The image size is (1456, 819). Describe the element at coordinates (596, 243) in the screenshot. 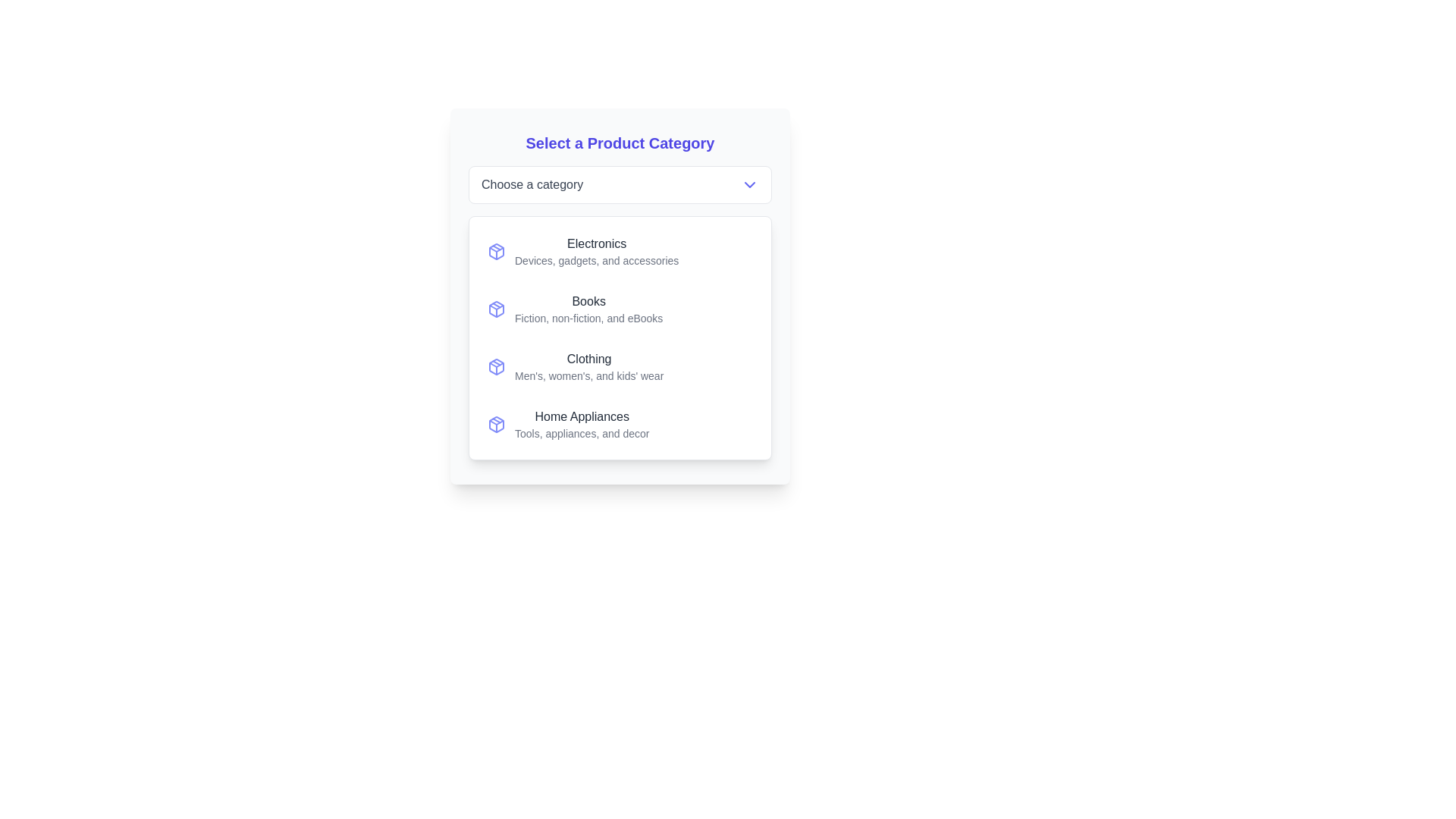

I see `the category option titled 'Electronics' located at the top of the category list by clicking on it` at that location.